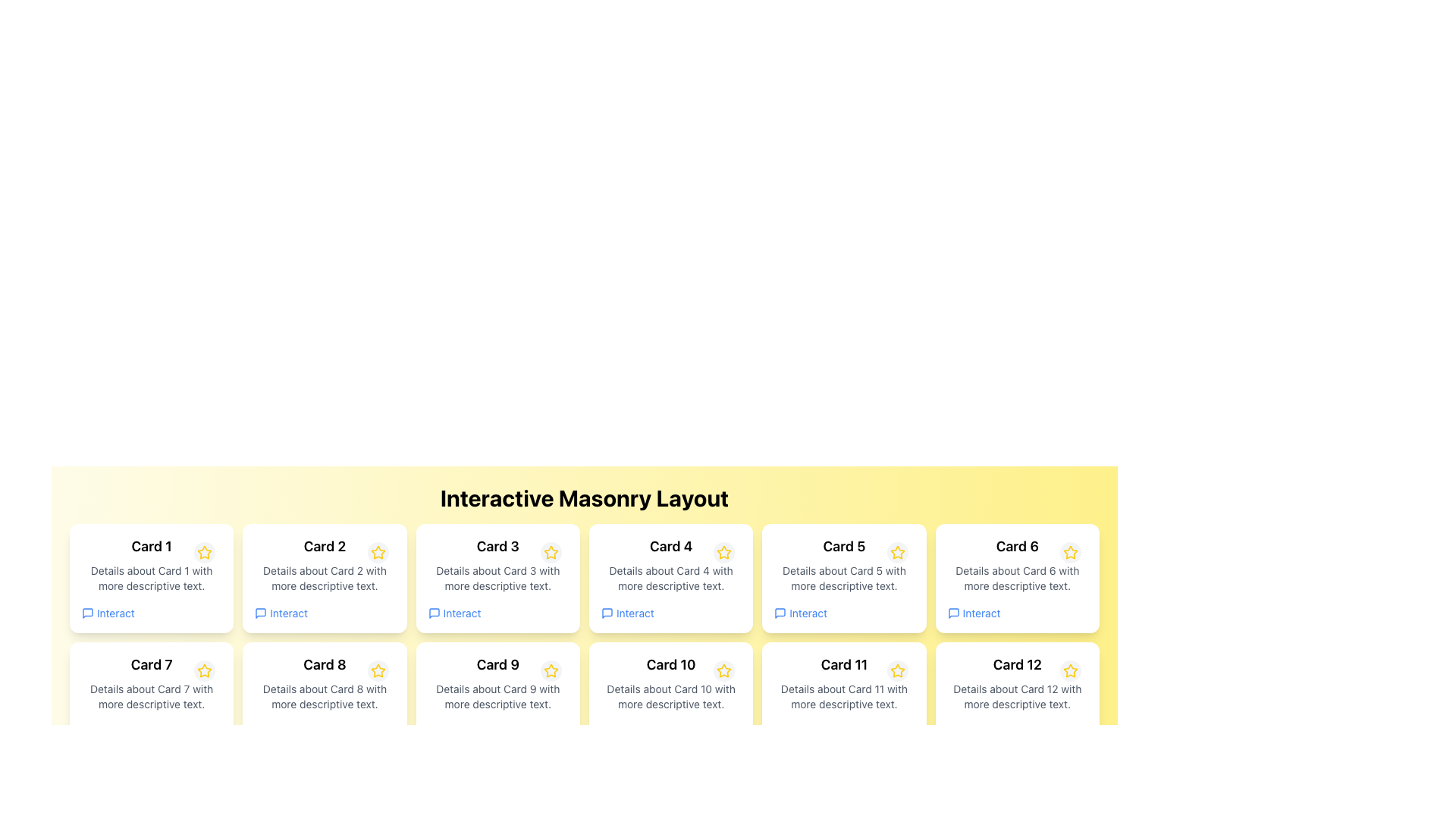 The image size is (1456, 819). Describe the element at coordinates (378, 671) in the screenshot. I see `the interactive icon located at the top-right corner of 'Card 8' in the second row of the masonry layout` at that location.